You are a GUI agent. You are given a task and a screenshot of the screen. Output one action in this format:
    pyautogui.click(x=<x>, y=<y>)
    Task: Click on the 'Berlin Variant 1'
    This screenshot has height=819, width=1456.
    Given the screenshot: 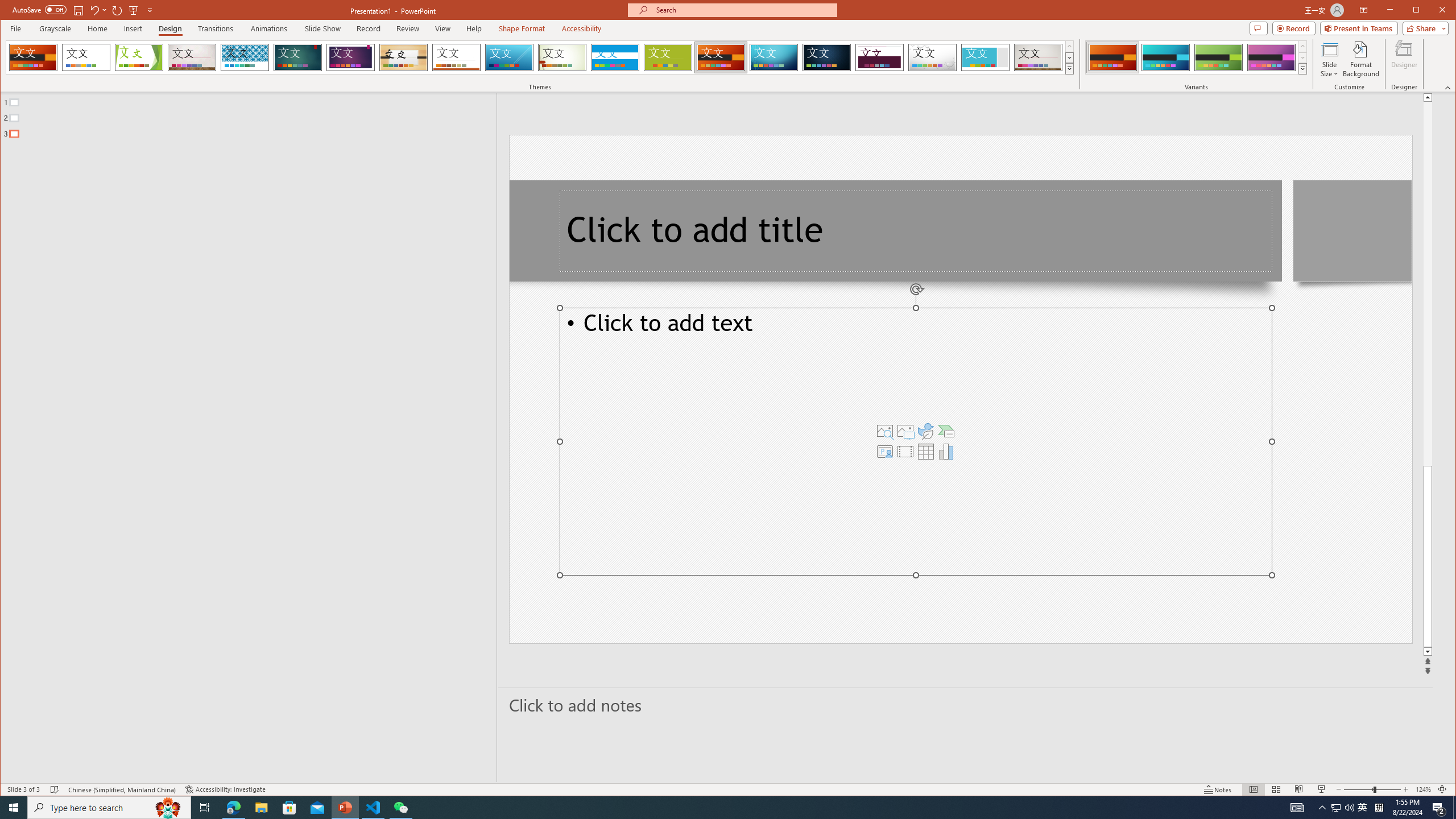 What is the action you would take?
    pyautogui.click(x=1111, y=57)
    